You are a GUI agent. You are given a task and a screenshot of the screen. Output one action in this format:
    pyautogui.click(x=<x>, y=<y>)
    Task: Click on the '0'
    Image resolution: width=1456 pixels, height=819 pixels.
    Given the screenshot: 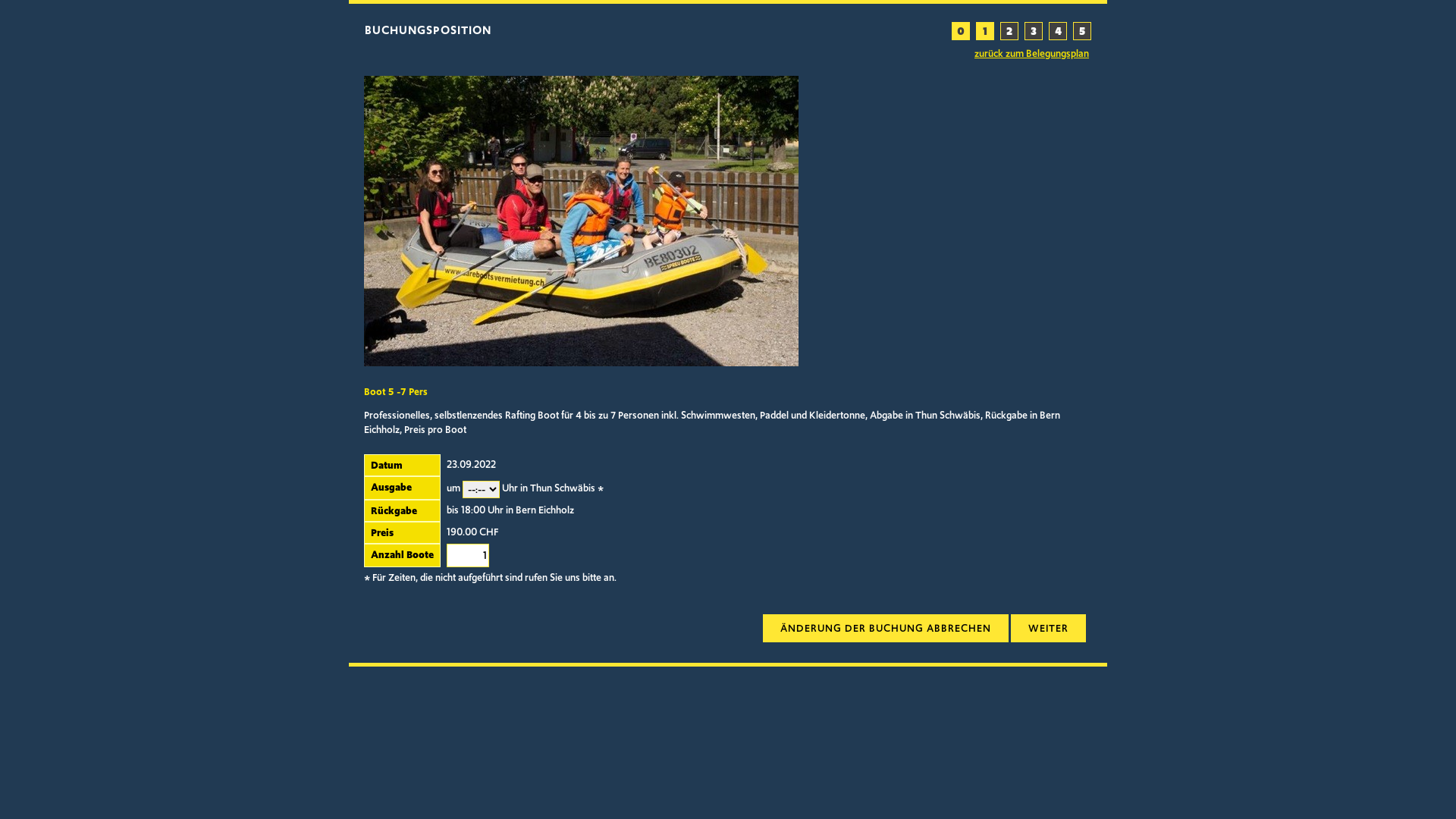 What is the action you would take?
    pyautogui.click(x=960, y=31)
    